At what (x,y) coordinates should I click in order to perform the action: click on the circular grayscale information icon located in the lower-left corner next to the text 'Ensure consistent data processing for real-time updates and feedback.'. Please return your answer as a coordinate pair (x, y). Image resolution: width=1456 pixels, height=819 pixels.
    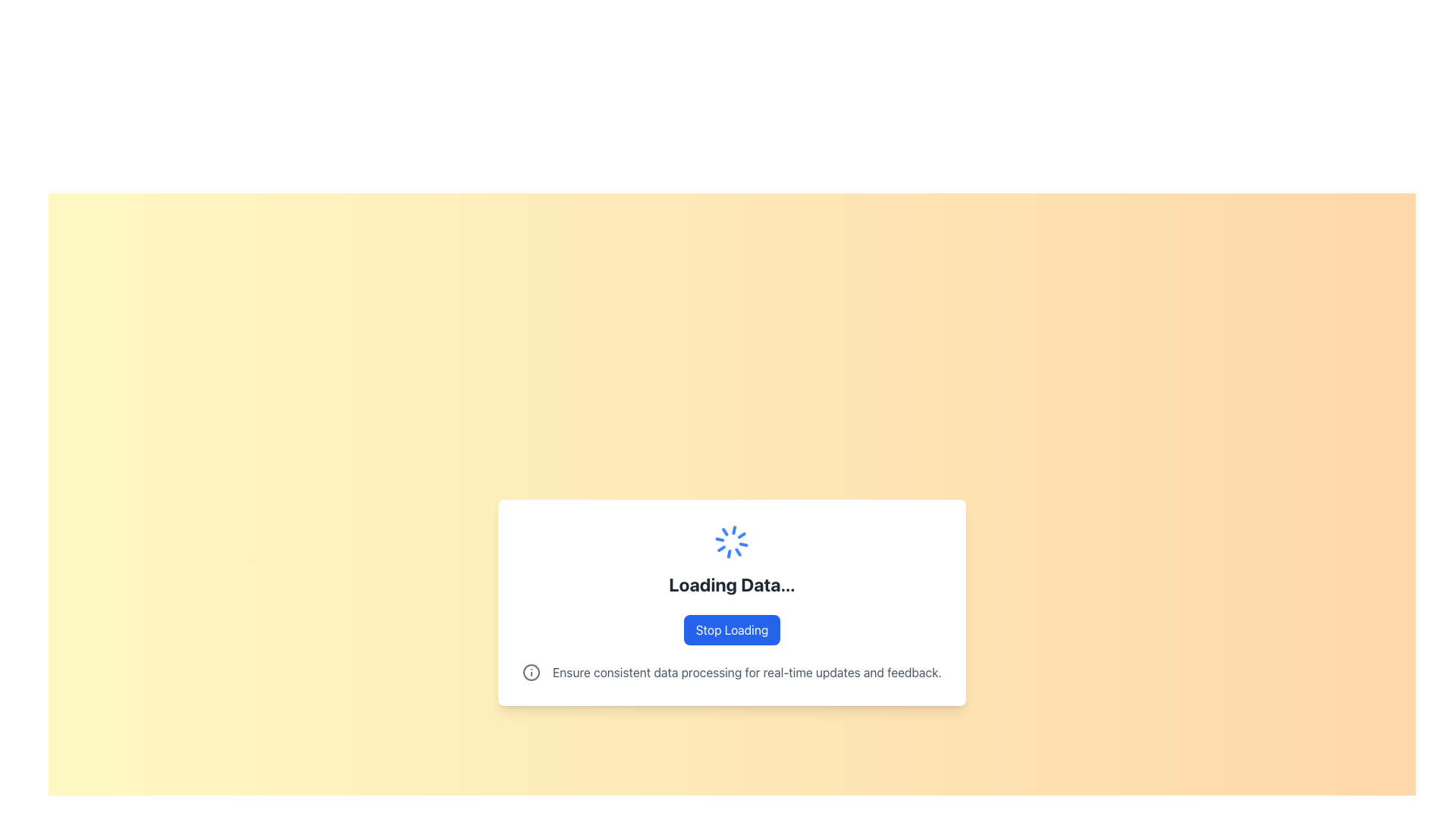
    Looking at the image, I should click on (531, 672).